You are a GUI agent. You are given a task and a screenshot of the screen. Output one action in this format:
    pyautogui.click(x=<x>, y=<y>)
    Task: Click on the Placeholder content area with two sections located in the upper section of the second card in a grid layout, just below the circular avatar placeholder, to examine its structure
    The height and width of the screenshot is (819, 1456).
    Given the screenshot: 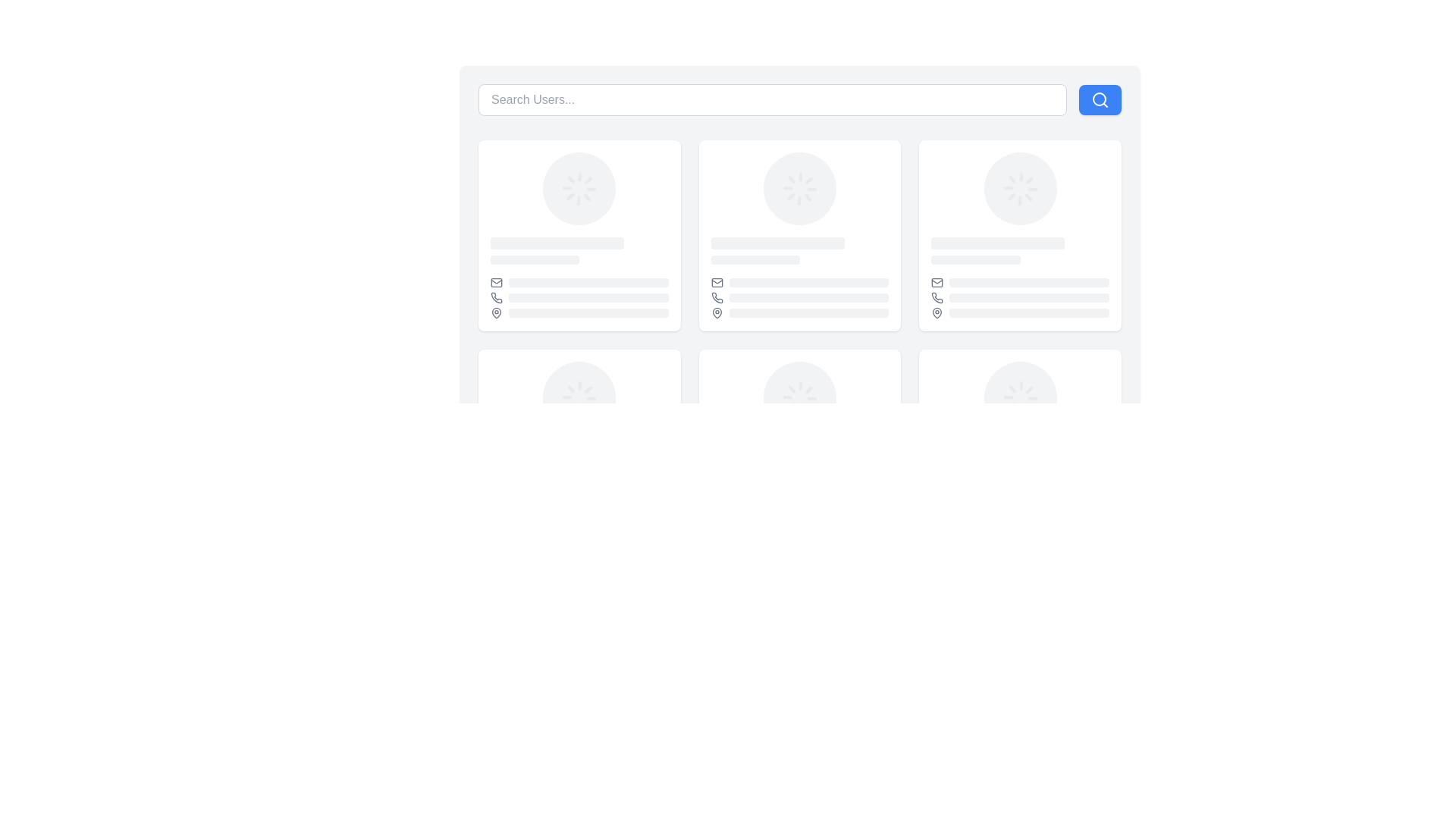 What is the action you would take?
    pyautogui.click(x=799, y=250)
    